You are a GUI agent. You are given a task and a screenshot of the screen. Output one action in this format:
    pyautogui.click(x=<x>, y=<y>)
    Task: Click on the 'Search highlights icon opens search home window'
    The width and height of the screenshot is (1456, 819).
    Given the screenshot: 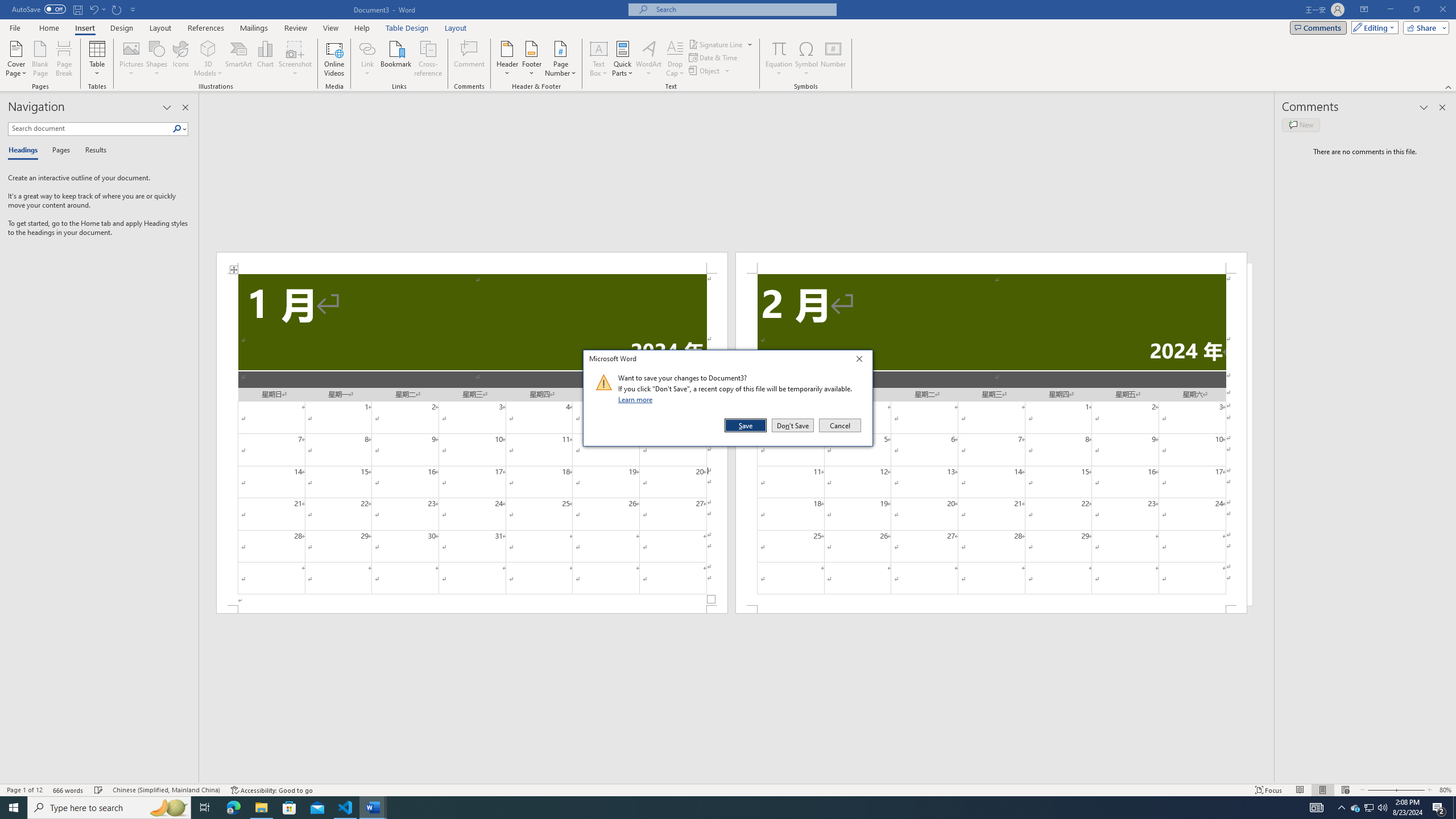 What is the action you would take?
    pyautogui.click(x=167, y=806)
    